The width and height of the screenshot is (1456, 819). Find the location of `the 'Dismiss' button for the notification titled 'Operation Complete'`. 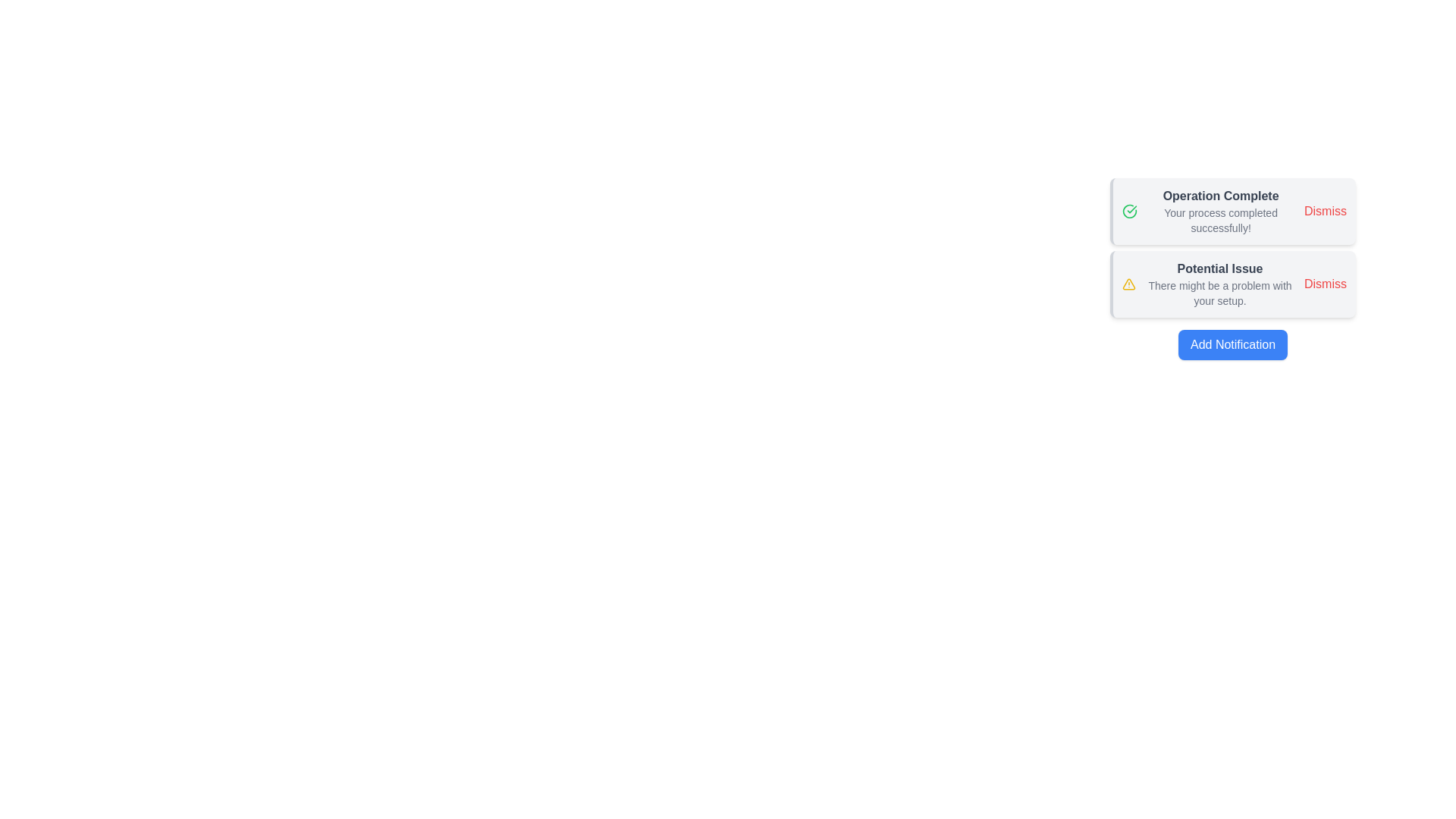

the 'Dismiss' button for the notification titled 'Operation Complete' is located at coordinates (1324, 211).